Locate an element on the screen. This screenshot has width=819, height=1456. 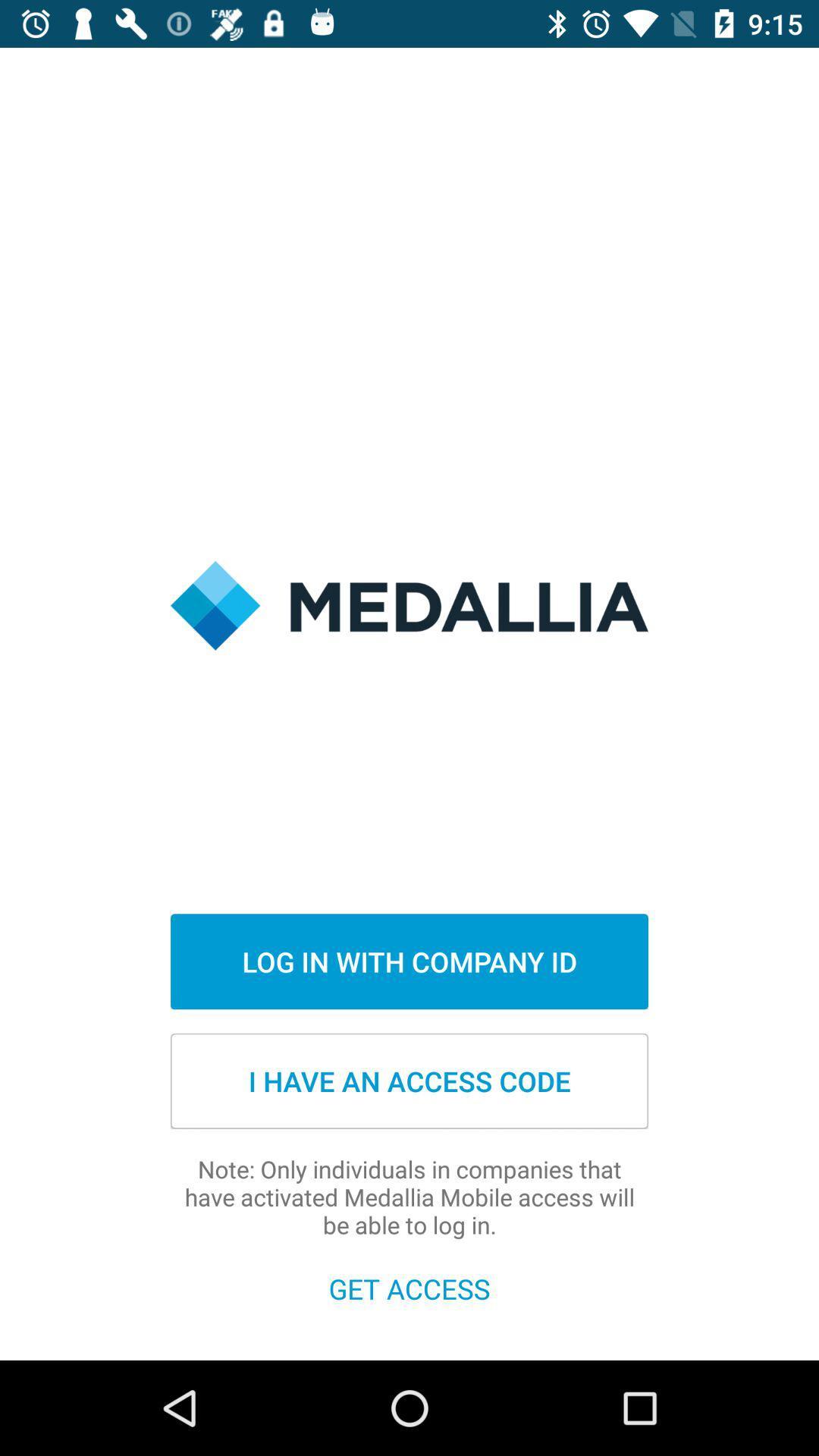
get access icon is located at coordinates (409, 1288).